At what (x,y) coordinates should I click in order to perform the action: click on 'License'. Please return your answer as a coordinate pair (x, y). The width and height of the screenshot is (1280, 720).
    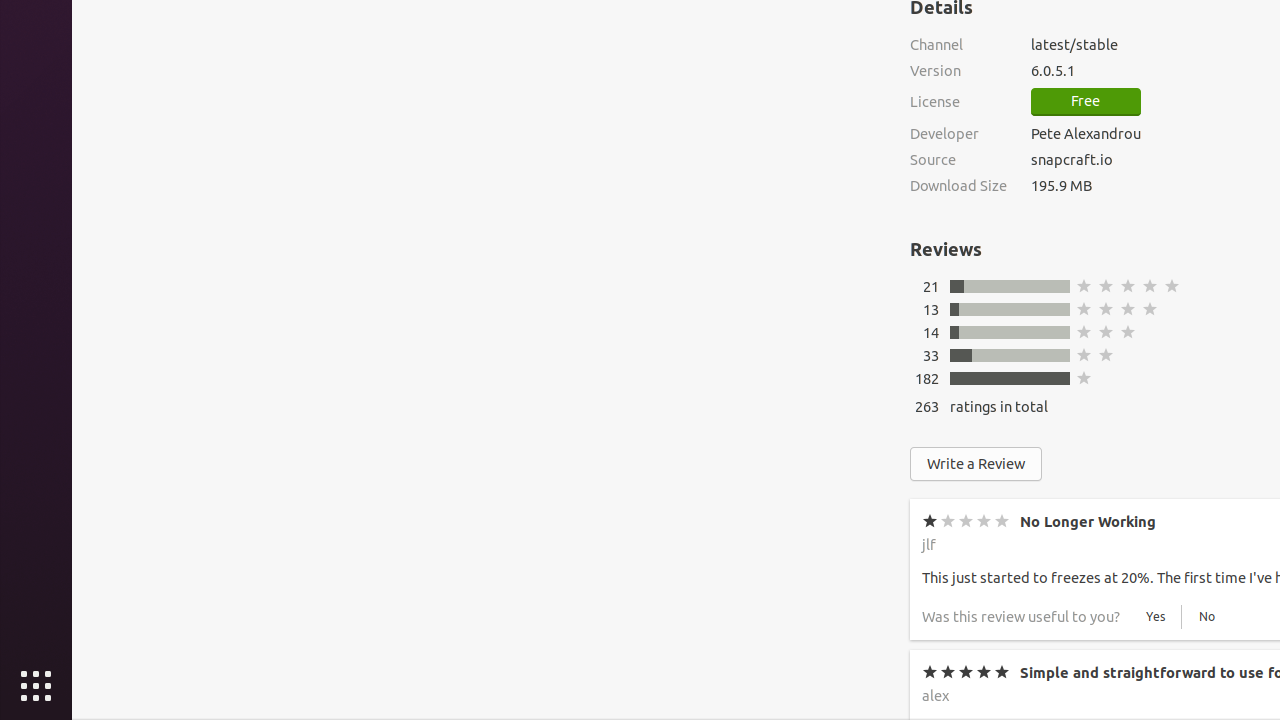
    Looking at the image, I should click on (957, 102).